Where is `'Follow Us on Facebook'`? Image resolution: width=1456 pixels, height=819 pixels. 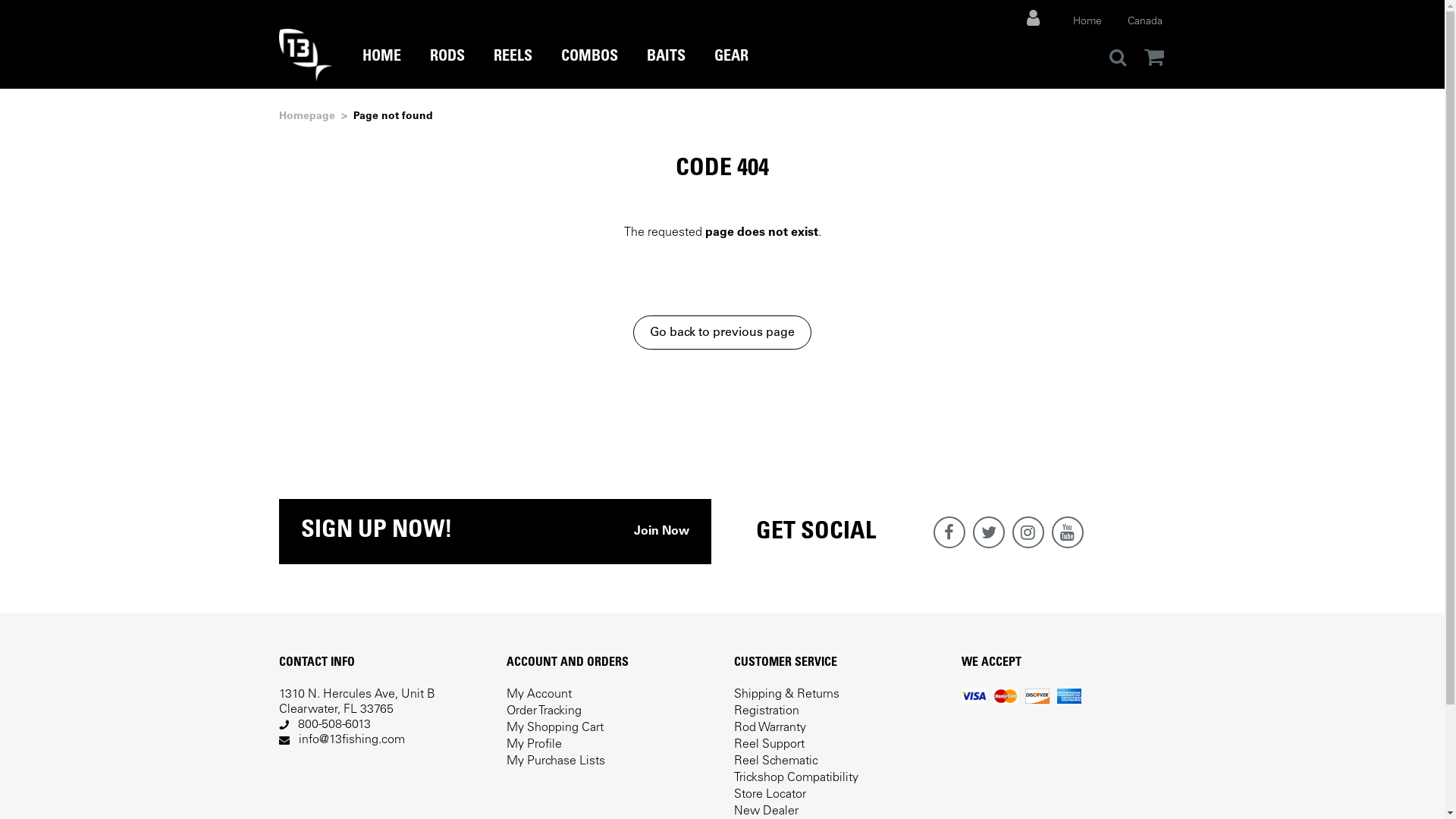
'Follow Us on Facebook' is located at coordinates (948, 532).